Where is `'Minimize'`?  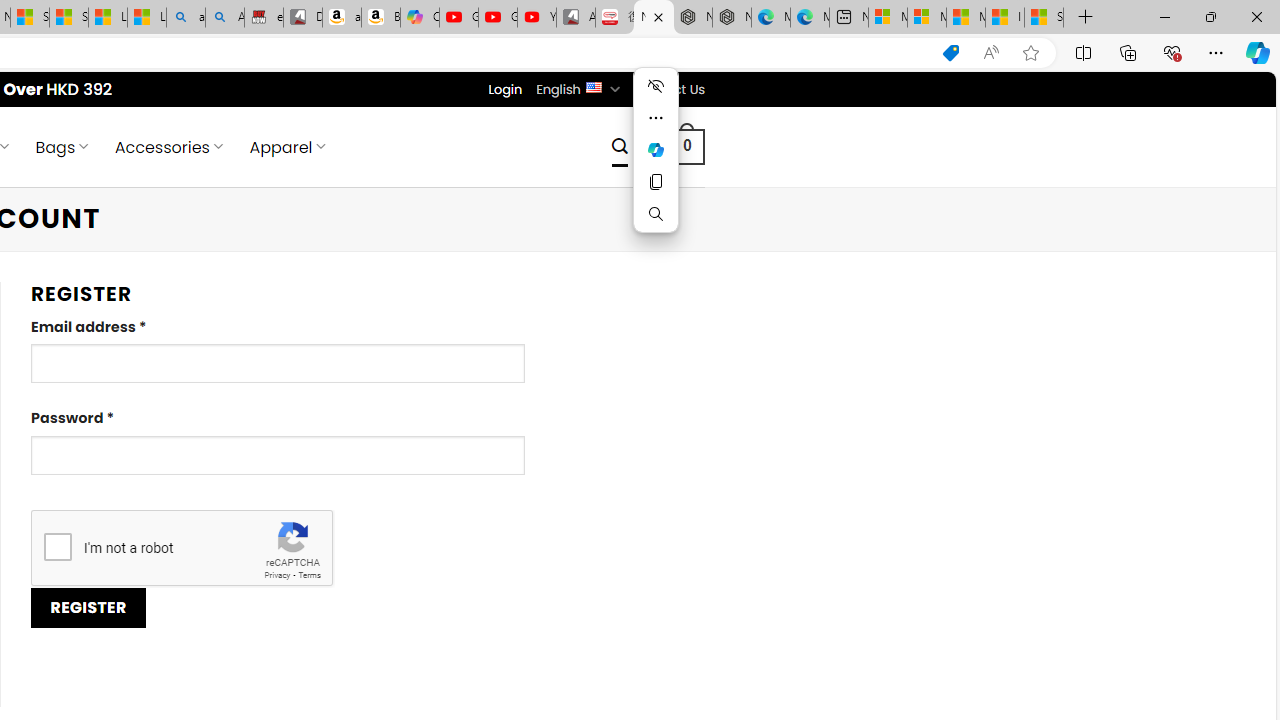
'Minimize' is located at coordinates (1164, 16).